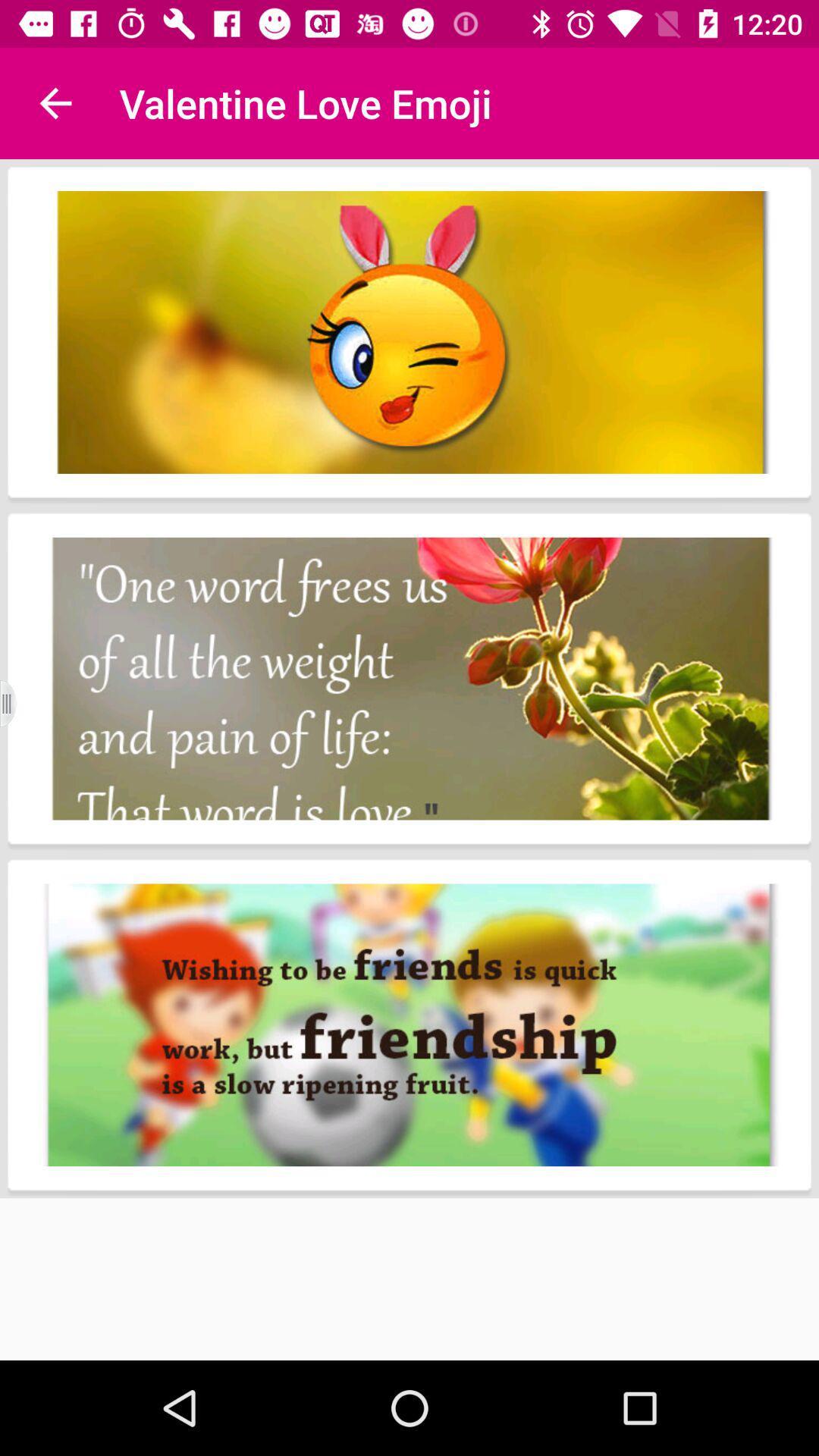  Describe the element at coordinates (55, 102) in the screenshot. I see `the item at the top left corner` at that location.